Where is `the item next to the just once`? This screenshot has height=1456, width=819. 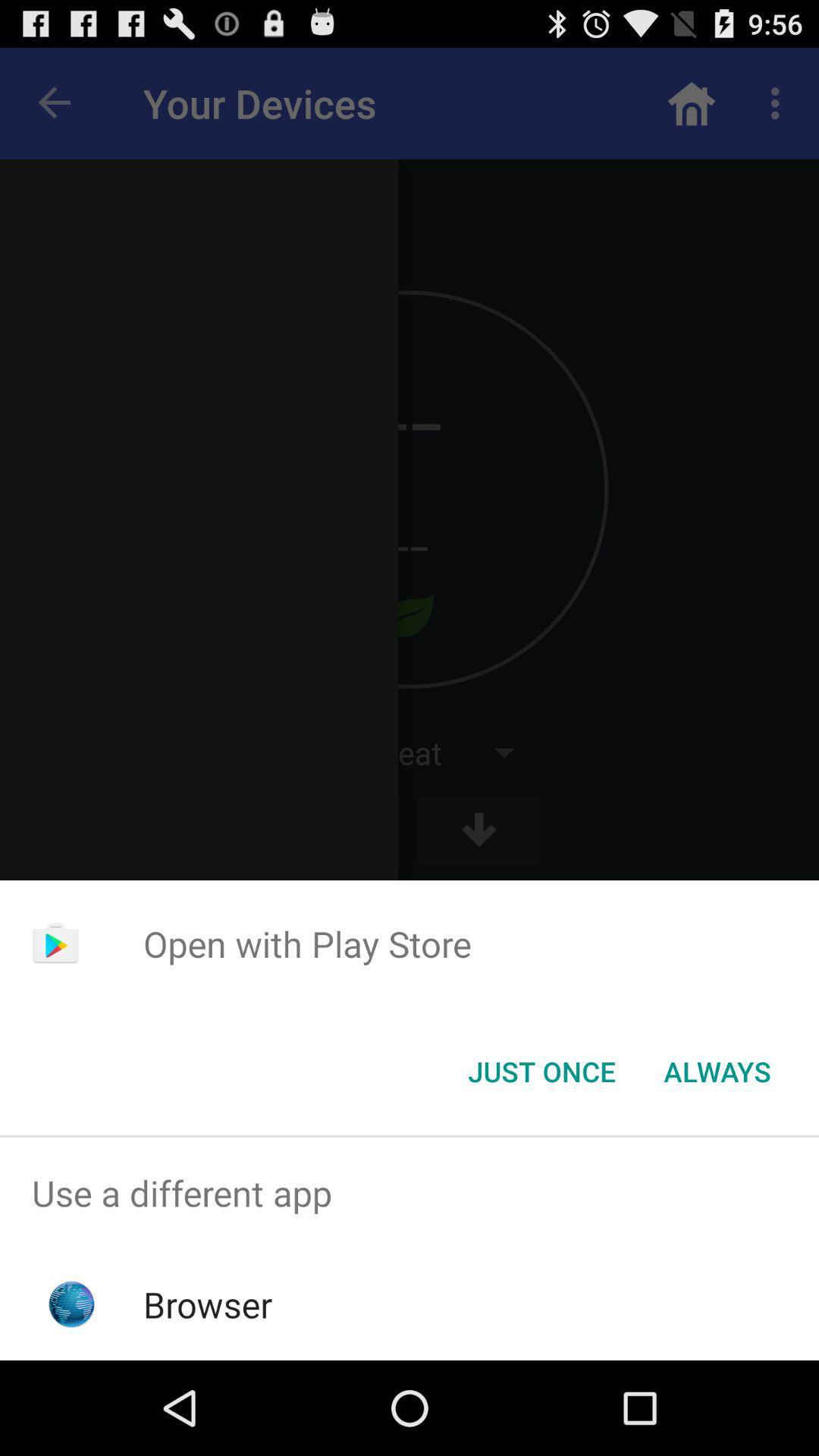
the item next to the just once is located at coordinates (717, 1070).